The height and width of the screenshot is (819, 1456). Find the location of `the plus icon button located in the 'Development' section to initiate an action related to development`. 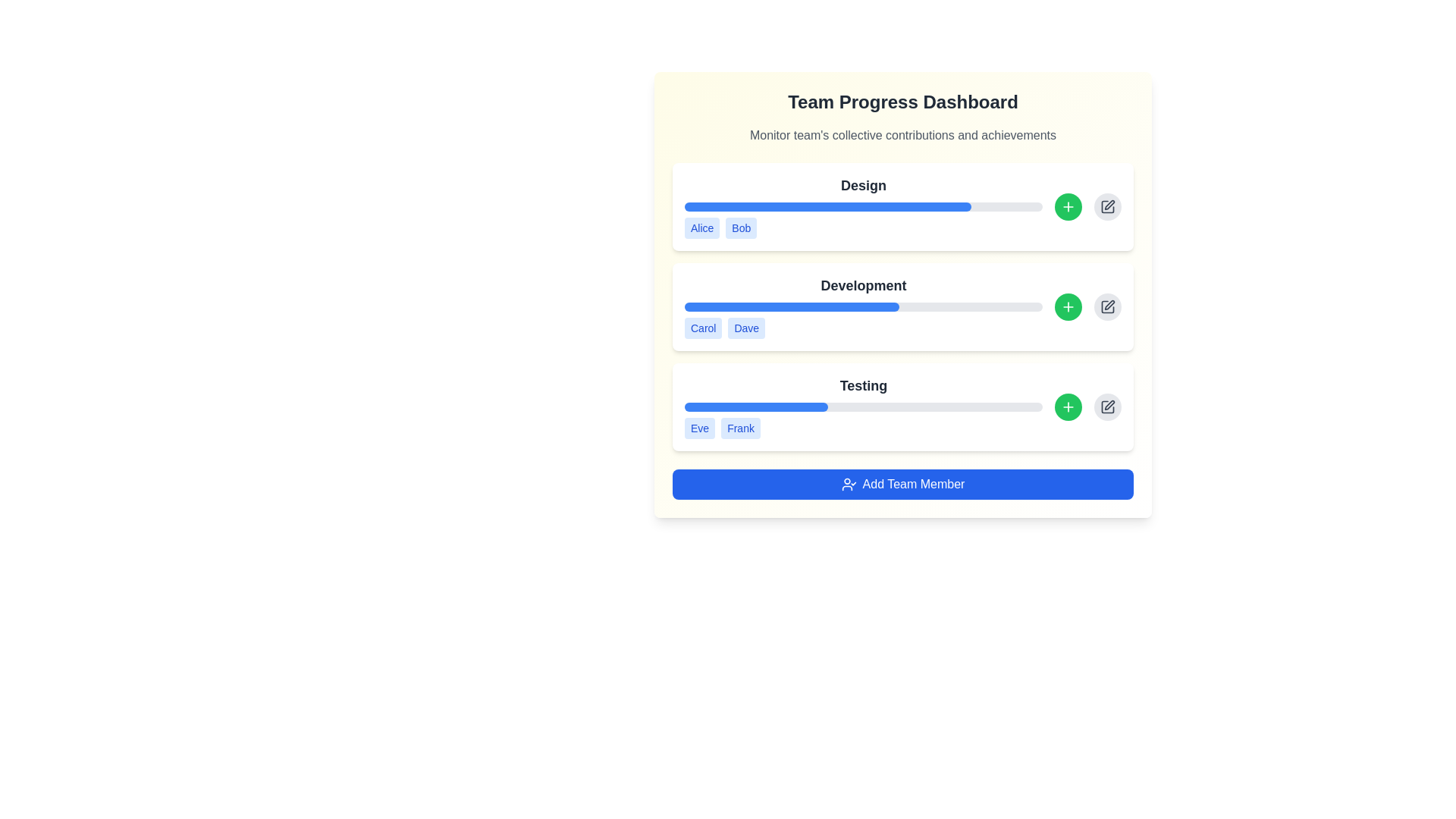

the plus icon button located in the 'Development' section to initiate an action related to development is located at coordinates (1068, 307).